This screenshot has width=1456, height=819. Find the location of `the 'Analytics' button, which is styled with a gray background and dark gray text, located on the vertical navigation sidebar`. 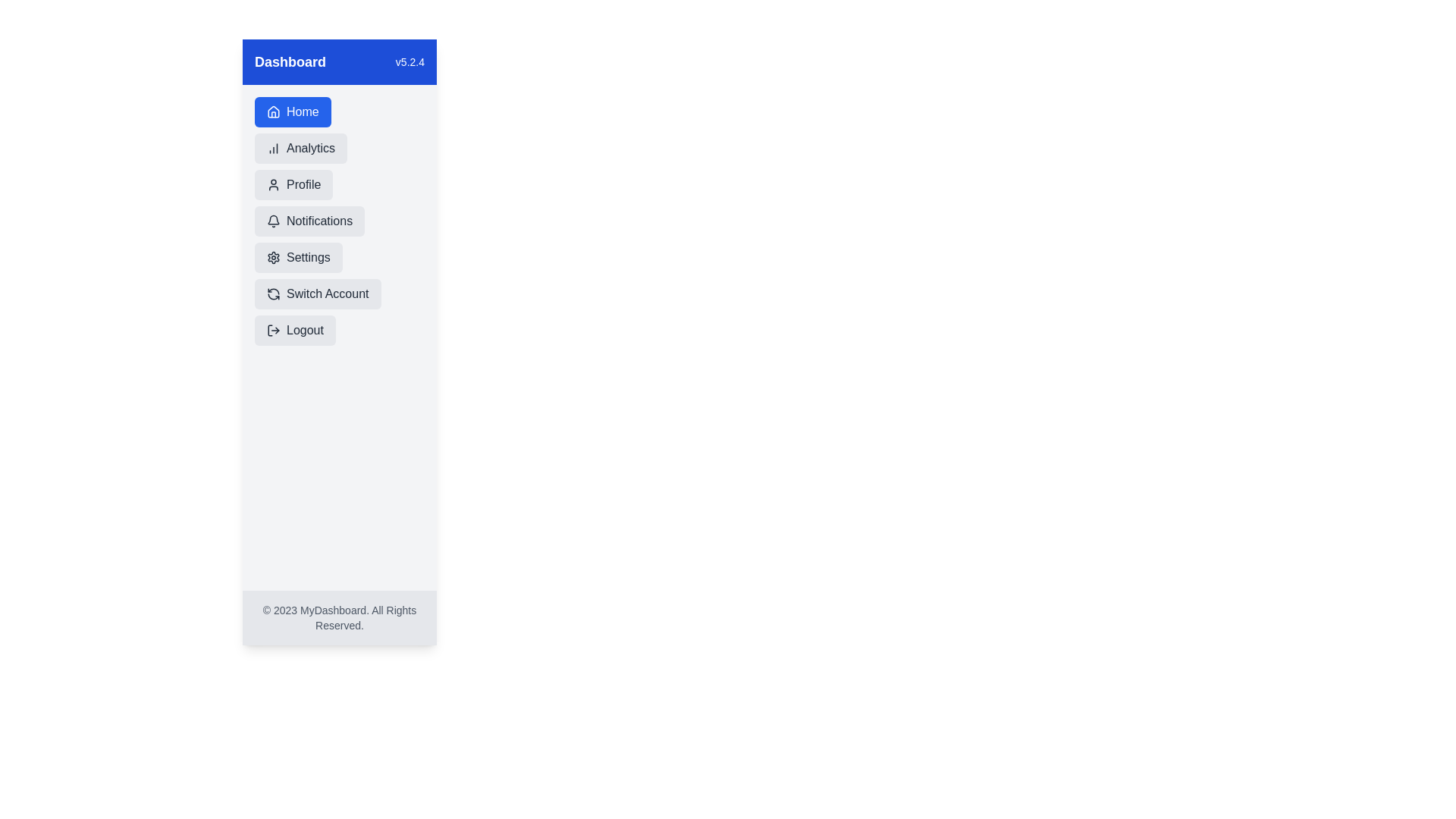

the 'Analytics' button, which is styled with a gray background and dark gray text, located on the vertical navigation sidebar is located at coordinates (301, 149).